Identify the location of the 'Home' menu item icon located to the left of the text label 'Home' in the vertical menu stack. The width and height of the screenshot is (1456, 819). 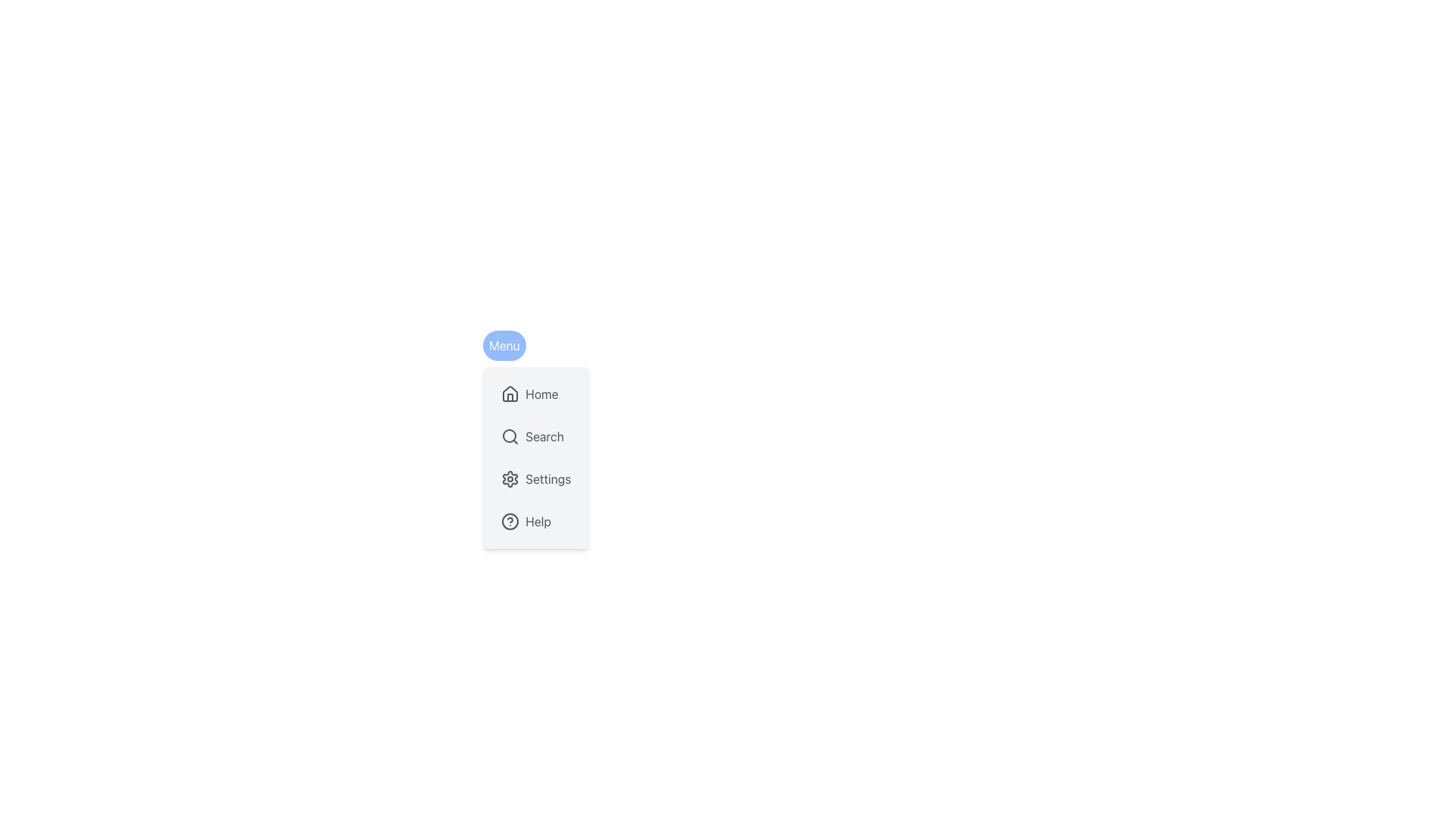
(510, 393).